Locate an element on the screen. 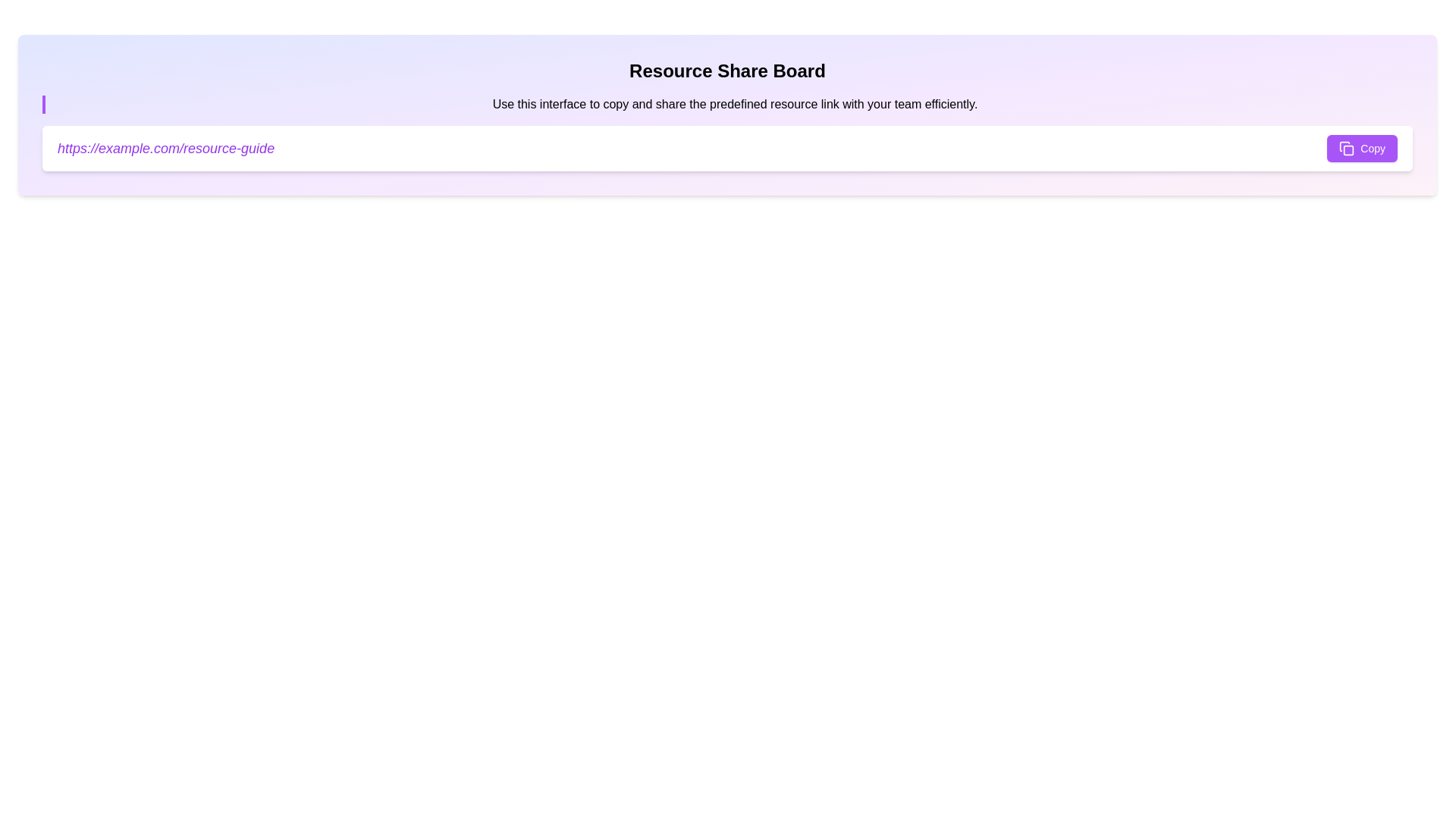  textual link labeled 'https://example.com/resource-guide' which is displayed in a large, italicized purple font and positioned to the extreme left of the 'Copy' button is located at coordinates (166, 149).